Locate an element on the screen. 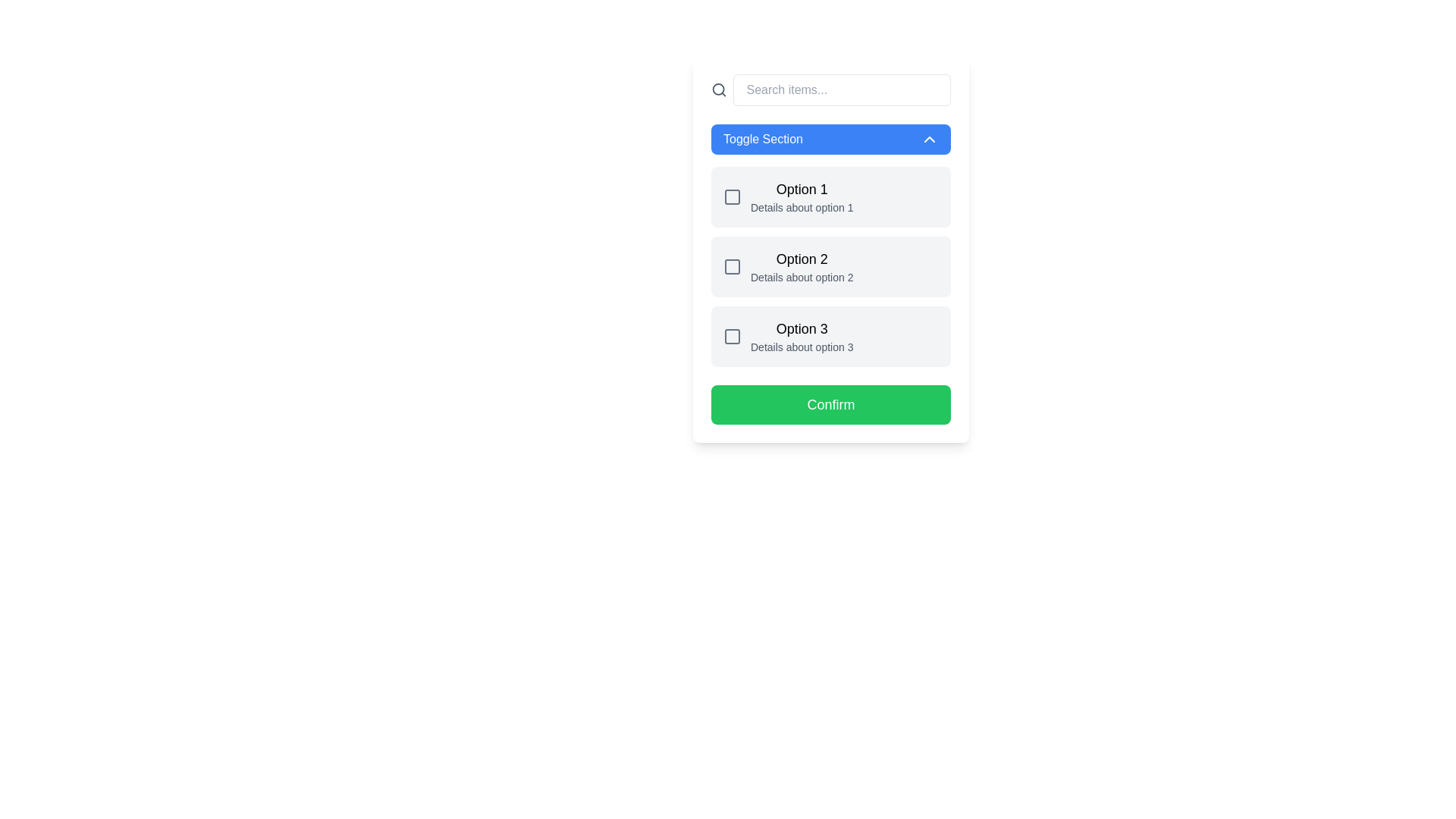 The width and height of the screenshot is (1456, 819). the confirmation button located at the bottom of the modal dialog is located at coordinates (830, 403).